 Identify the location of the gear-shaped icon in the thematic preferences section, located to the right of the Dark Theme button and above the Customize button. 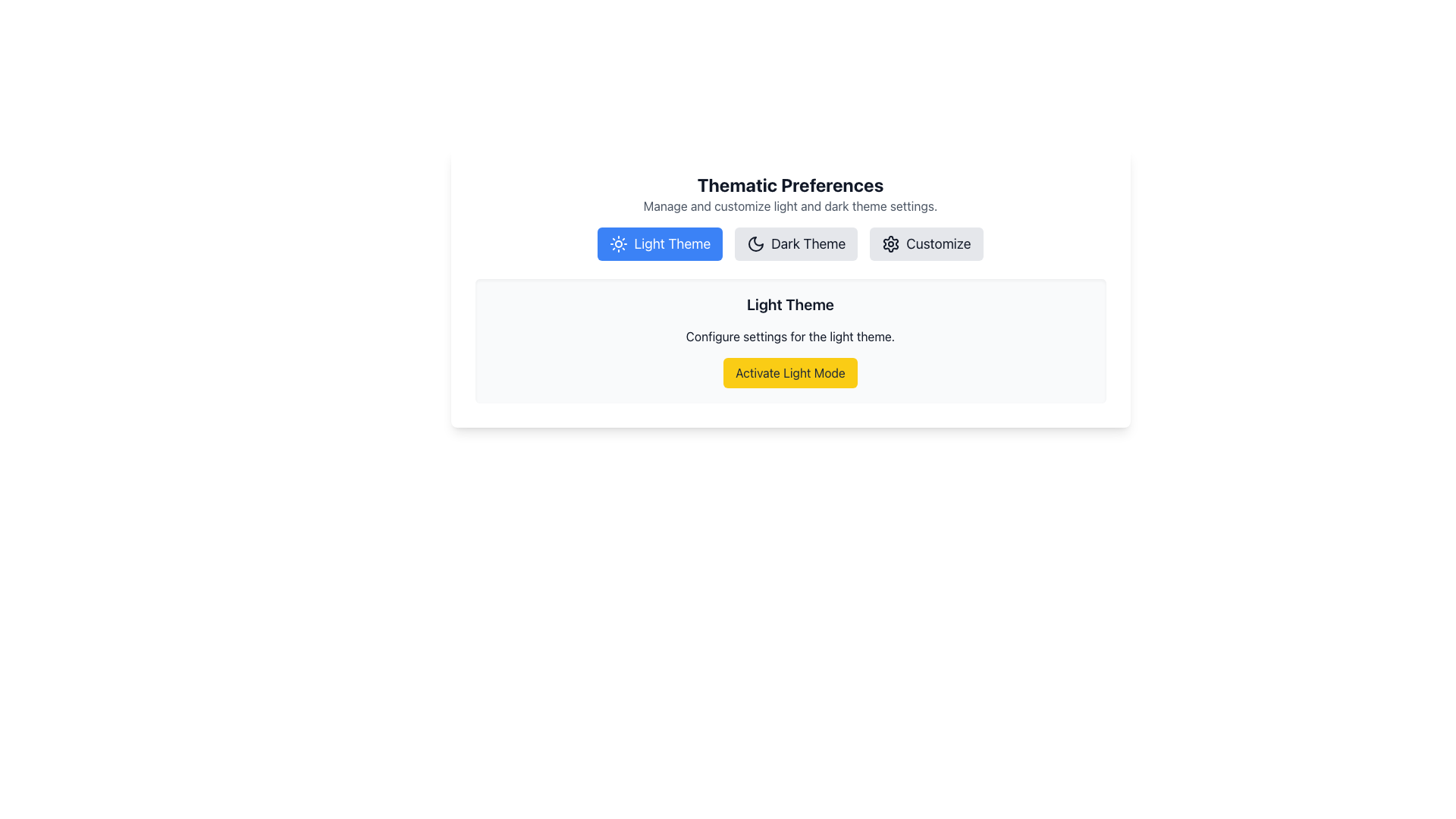
(891, 243).